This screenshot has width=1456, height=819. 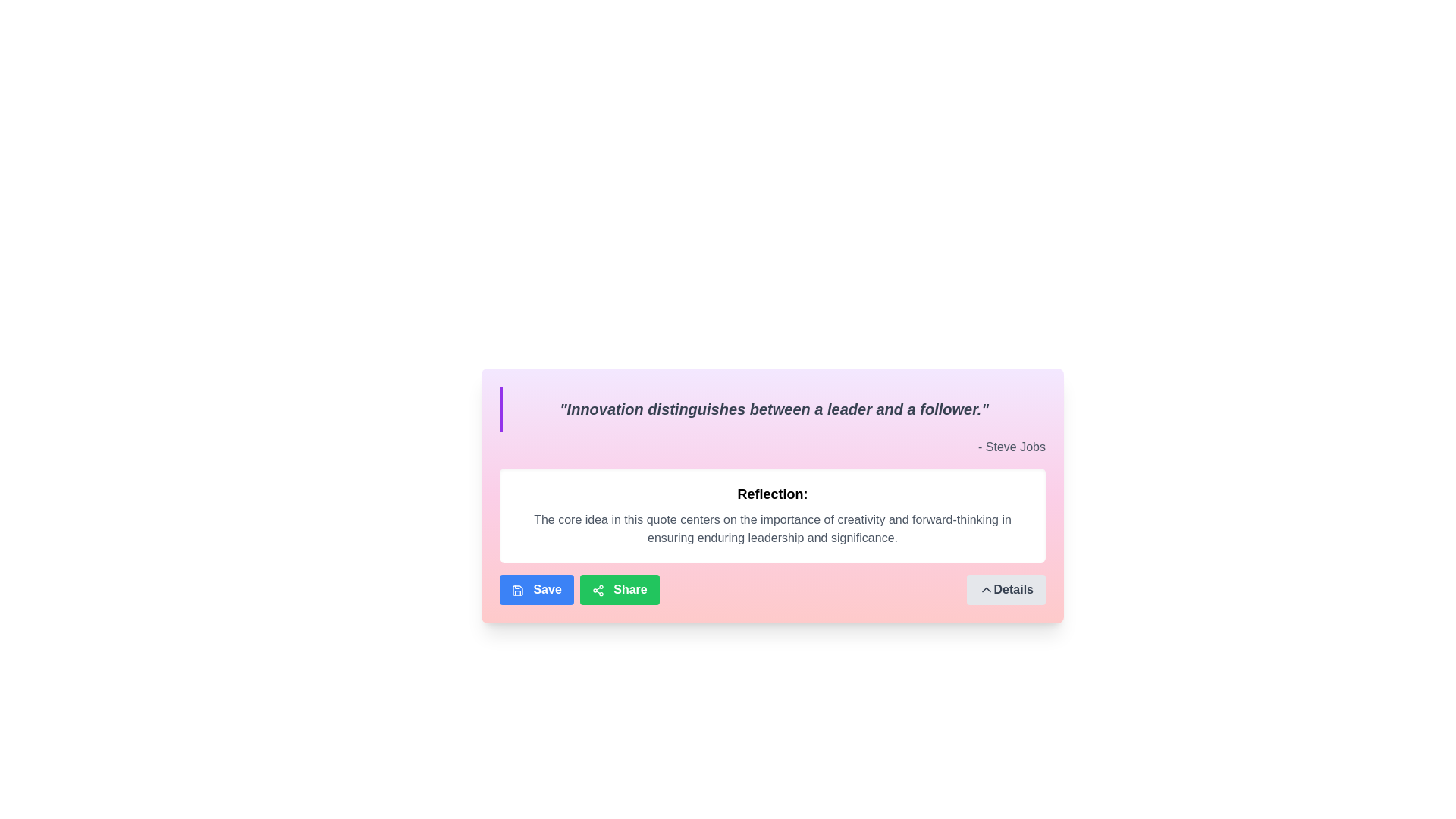 What do you see at coordinates (517, 589) in the screenshot?
I see `the save icon located on the left edge of the 'Save' button at the bottom left of the visible card` at bounding box center [517, 589].